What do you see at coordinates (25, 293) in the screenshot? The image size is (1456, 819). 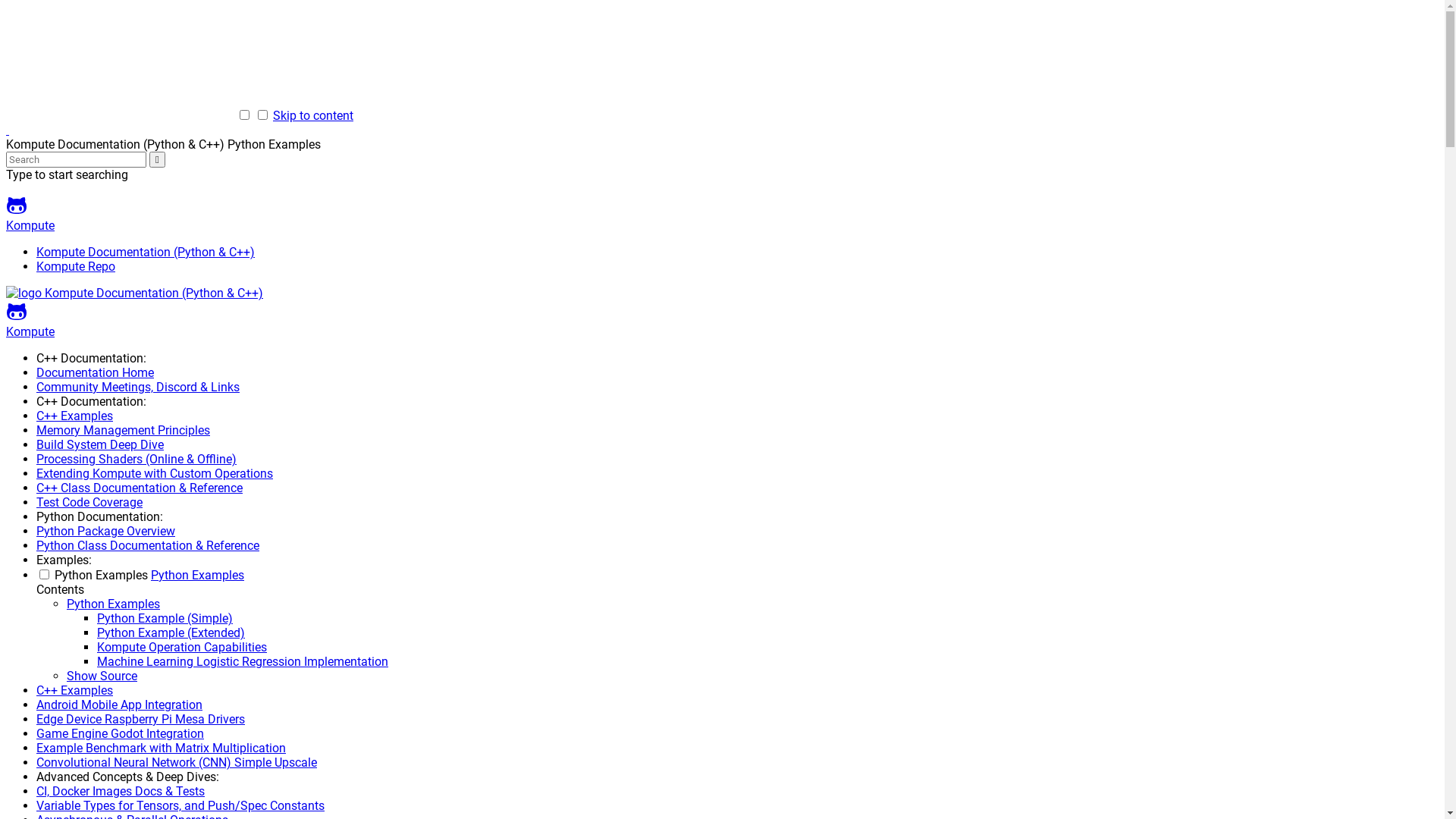 I see `'Kompute Documentation (Python & C++)'` at bounding box center [25, 293].